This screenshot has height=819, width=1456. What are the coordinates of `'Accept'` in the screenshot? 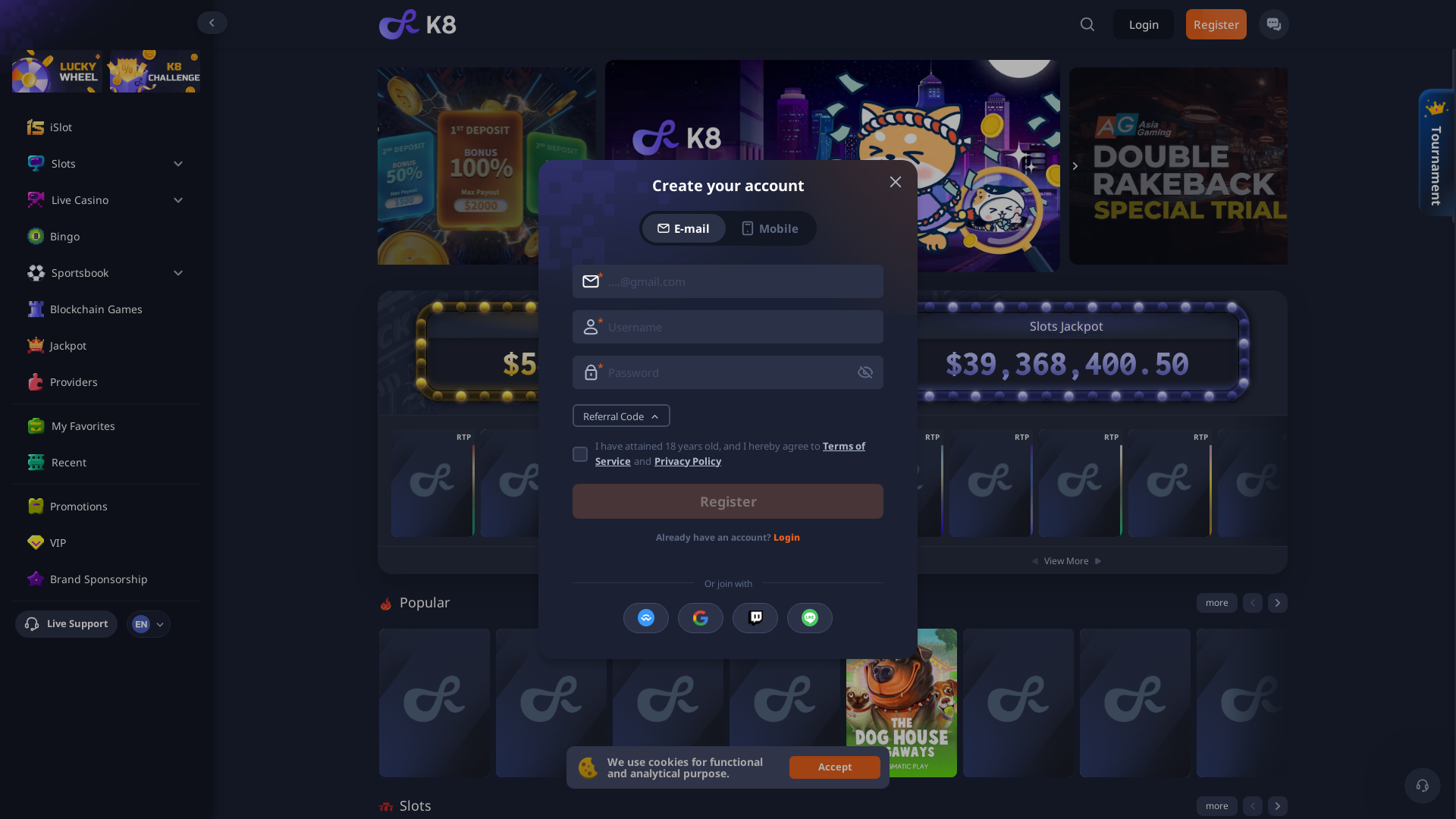 It's located at (833, 767).